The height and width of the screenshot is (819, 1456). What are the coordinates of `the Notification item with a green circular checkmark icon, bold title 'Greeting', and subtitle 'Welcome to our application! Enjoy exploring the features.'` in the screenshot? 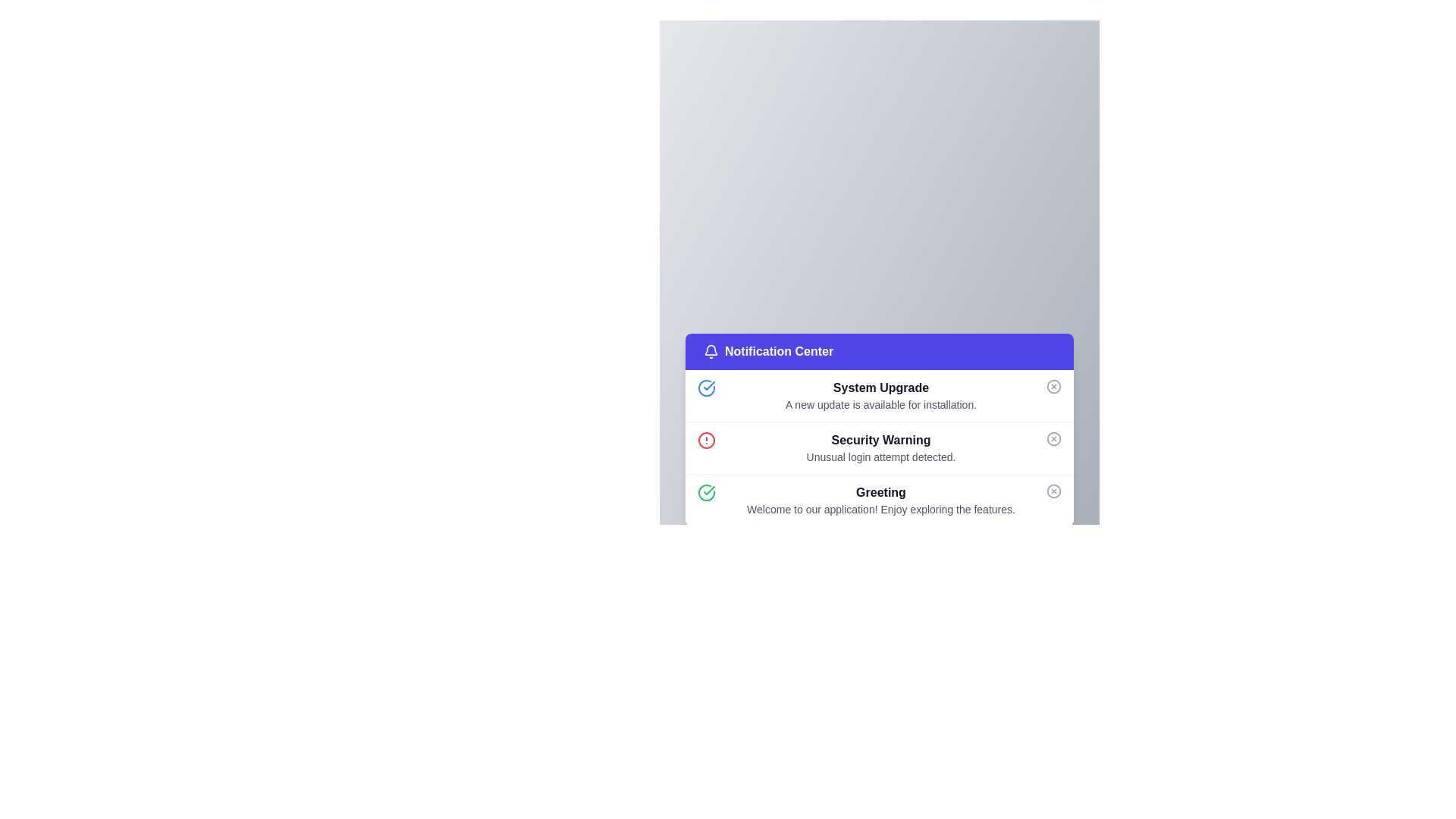 It's located at (880, 500).